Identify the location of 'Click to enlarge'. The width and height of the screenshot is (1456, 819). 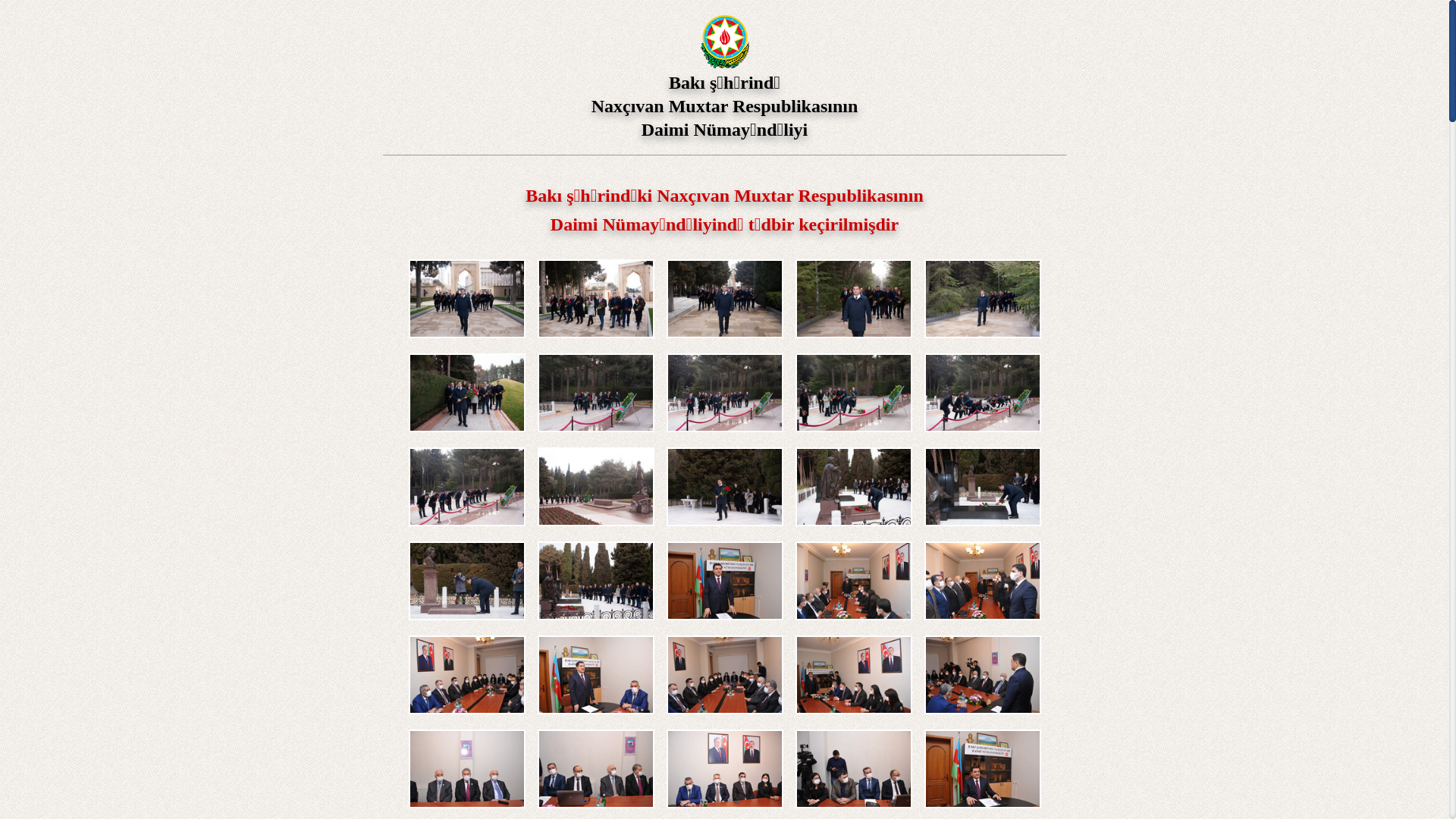
(852, 486).